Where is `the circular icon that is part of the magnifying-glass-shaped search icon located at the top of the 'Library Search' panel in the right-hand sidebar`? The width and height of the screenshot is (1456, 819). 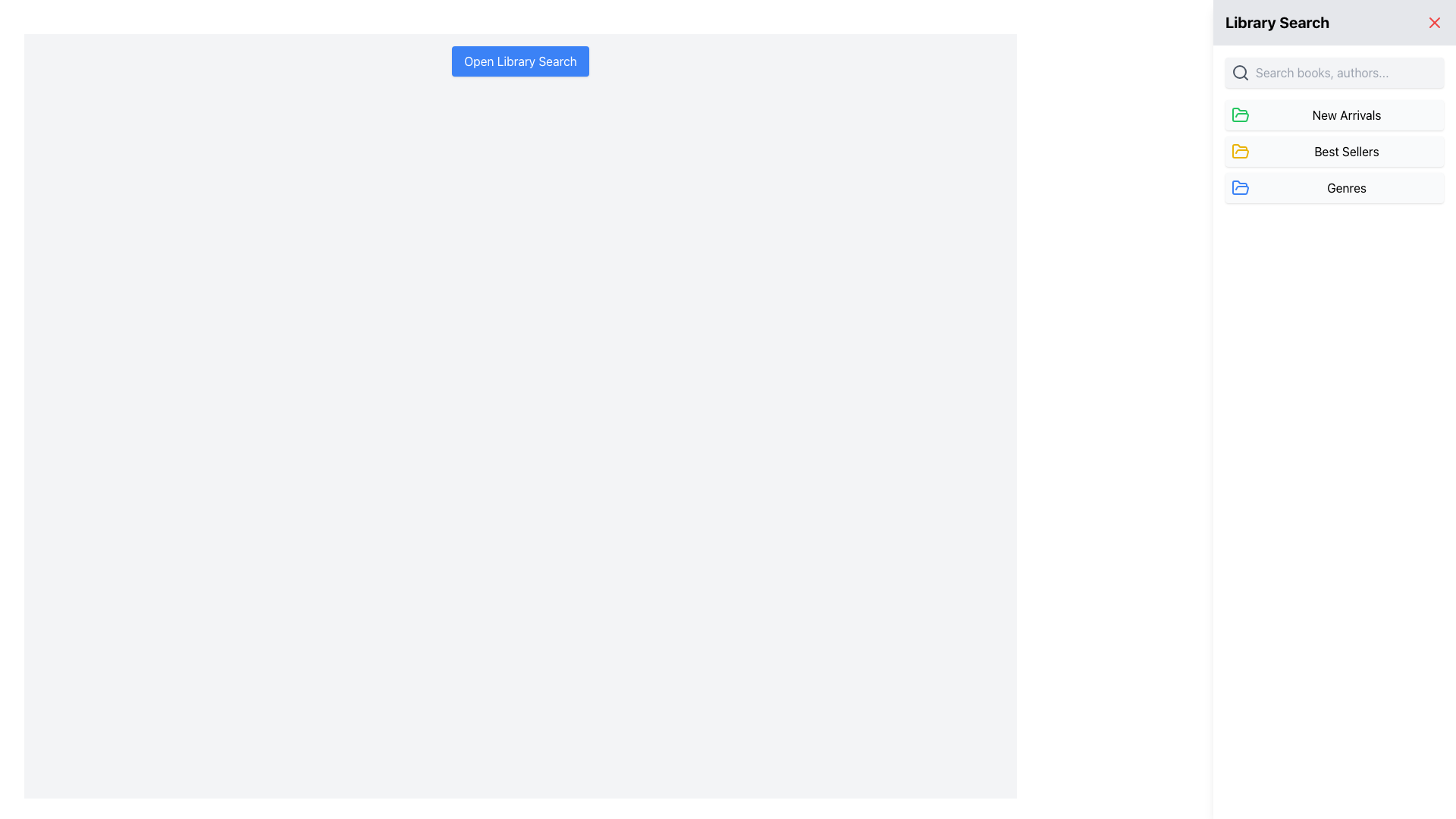
the circular icon that is part of the magnifying-glass-shaped search icon located at the top of the 'Library Search' panel in the right-hand sidebar is located at coordinates (1240, 72).